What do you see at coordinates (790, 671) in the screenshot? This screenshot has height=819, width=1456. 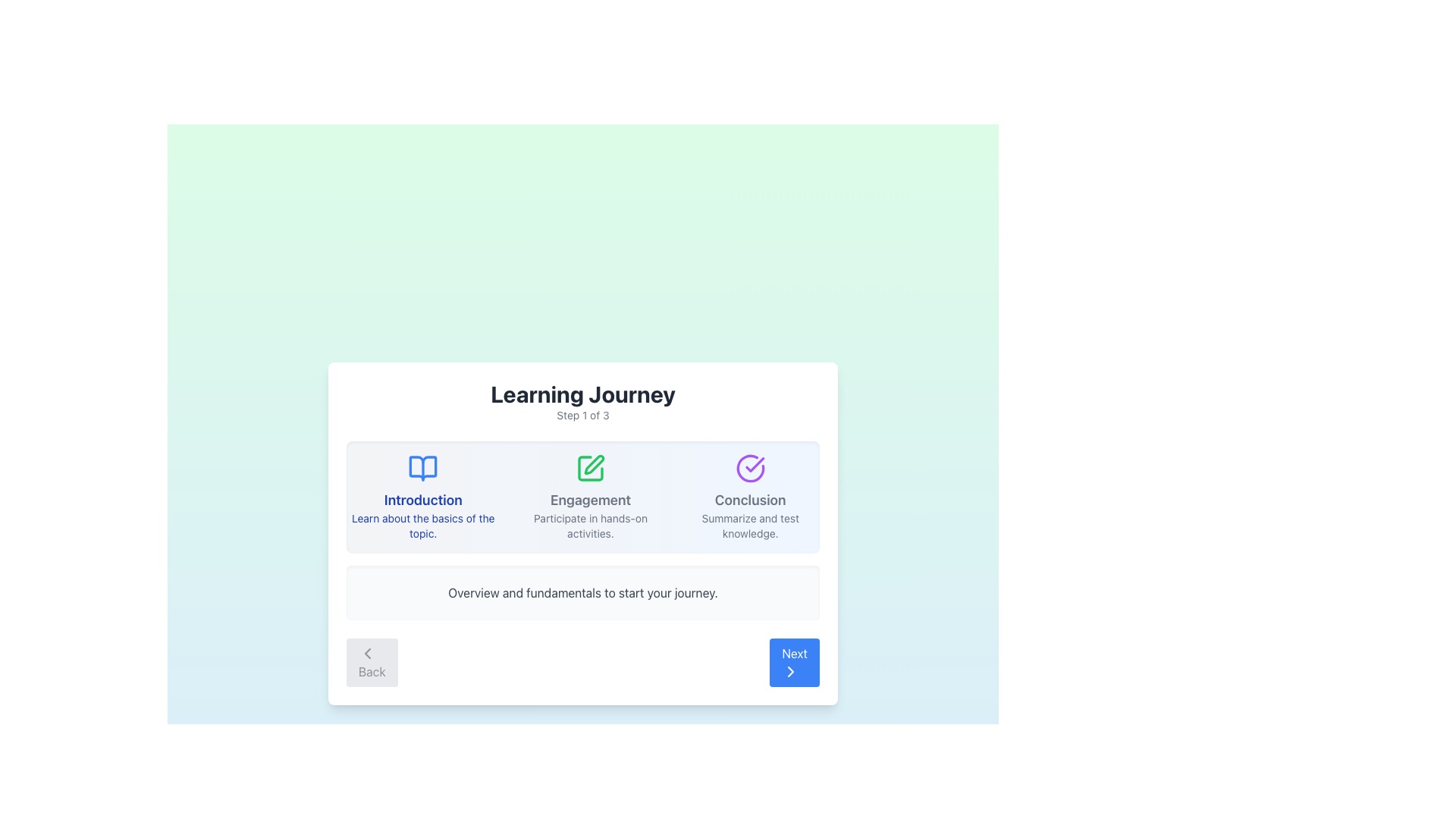 I see `the right-pointing chevron icon inside the 'Next' button located at the bottom-right of the panel` at bounding box center [790, 671].